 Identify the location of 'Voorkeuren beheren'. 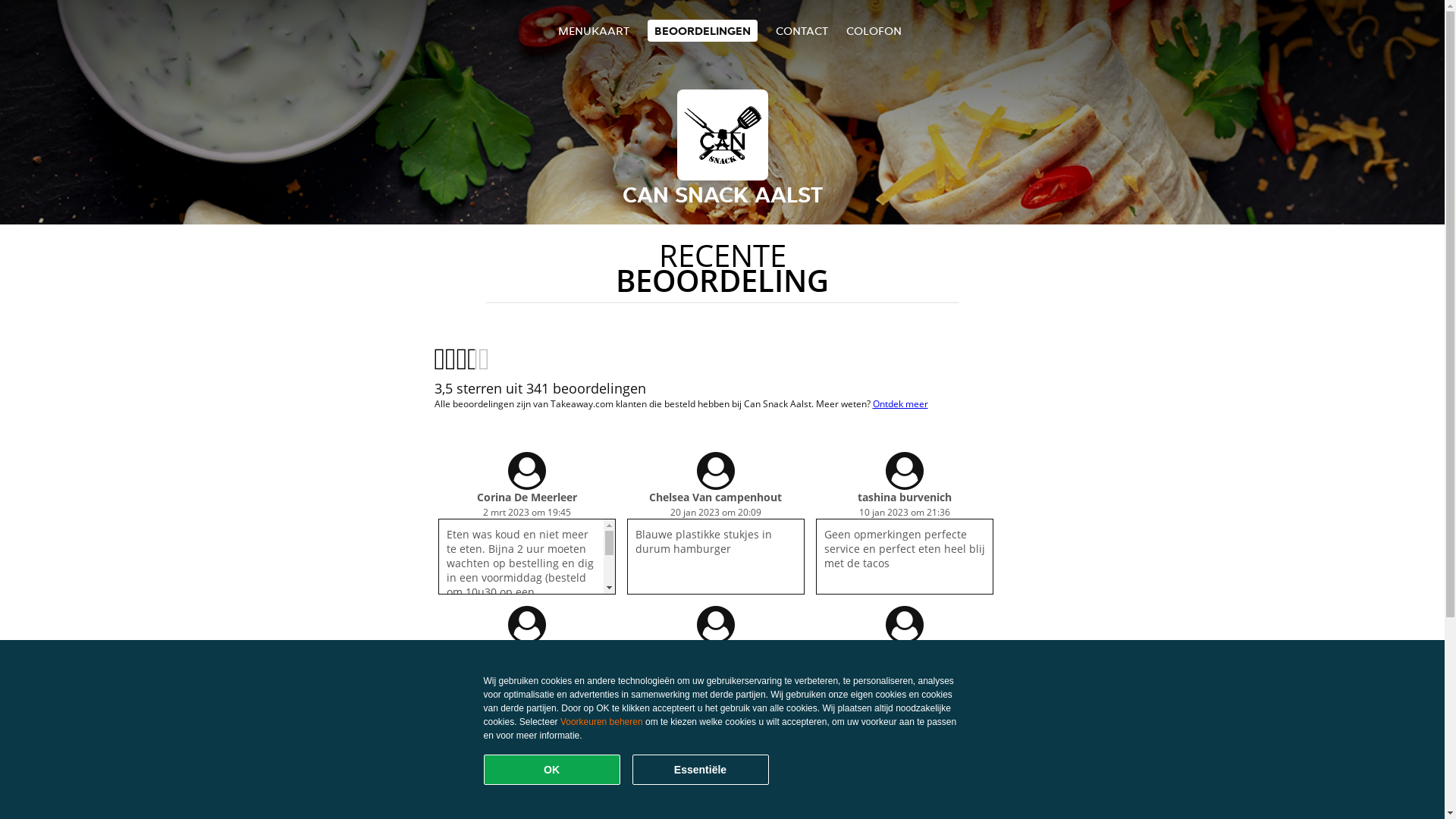
(601, 721).